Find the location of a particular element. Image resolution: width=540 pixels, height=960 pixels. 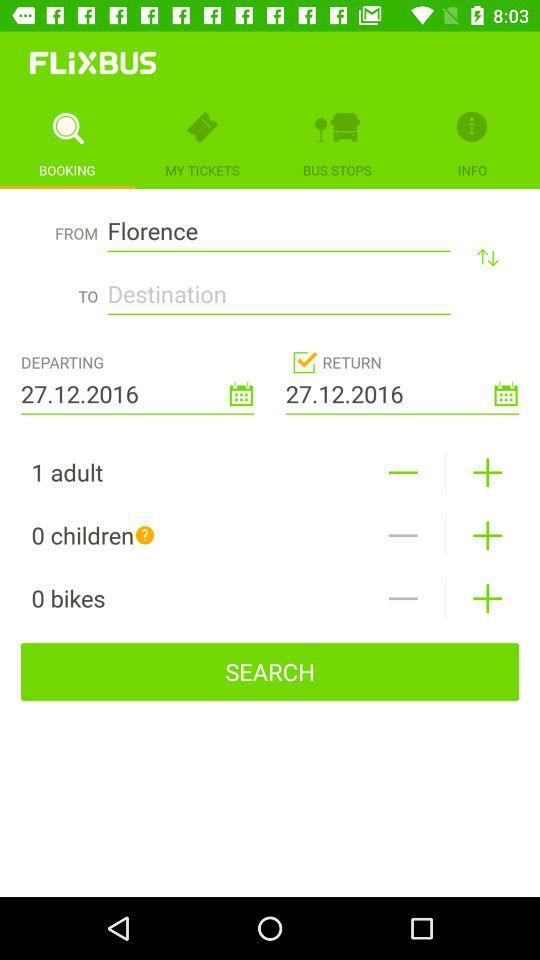

the swap icon is located at coordinates (486, 256).